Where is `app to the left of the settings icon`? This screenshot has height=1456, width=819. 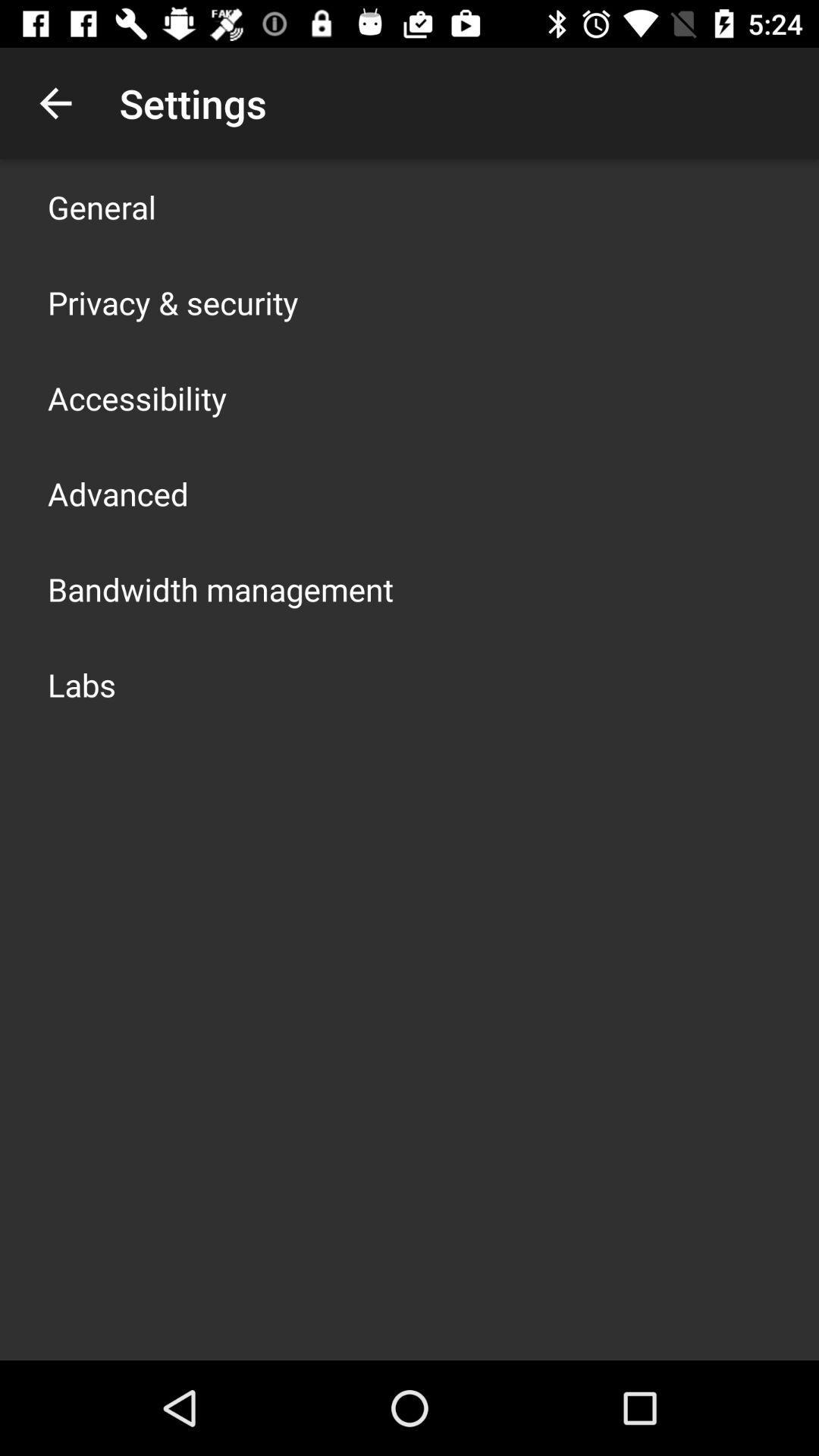 app to the left of the settings icon is located at coordinates (55, 102).